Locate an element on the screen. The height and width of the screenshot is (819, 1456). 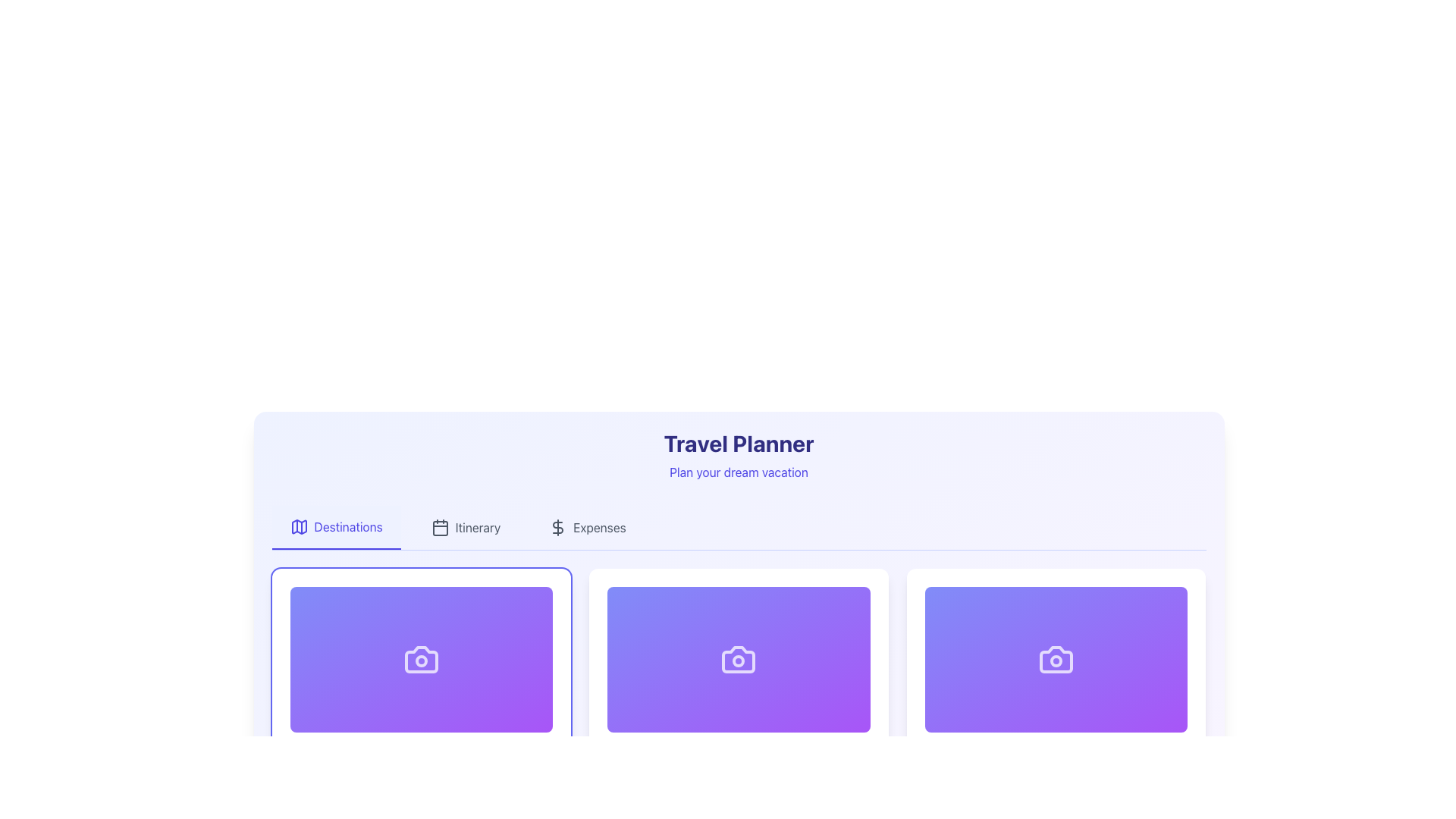
the gray 'Itinerary' button with a calendar icon is located at coordinates (465, 526).